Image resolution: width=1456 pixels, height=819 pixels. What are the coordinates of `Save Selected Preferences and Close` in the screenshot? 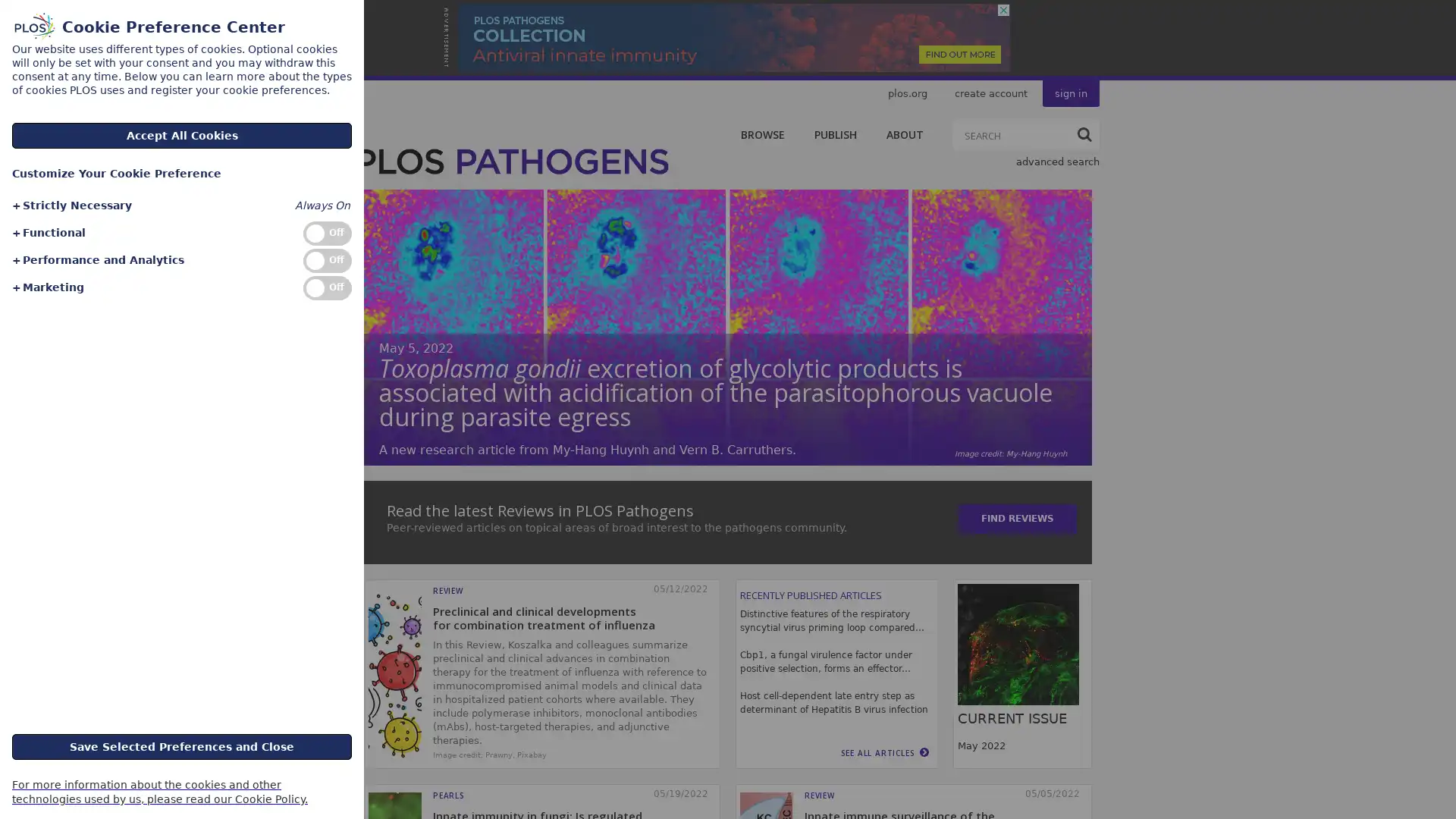 It's located at (182, 745).